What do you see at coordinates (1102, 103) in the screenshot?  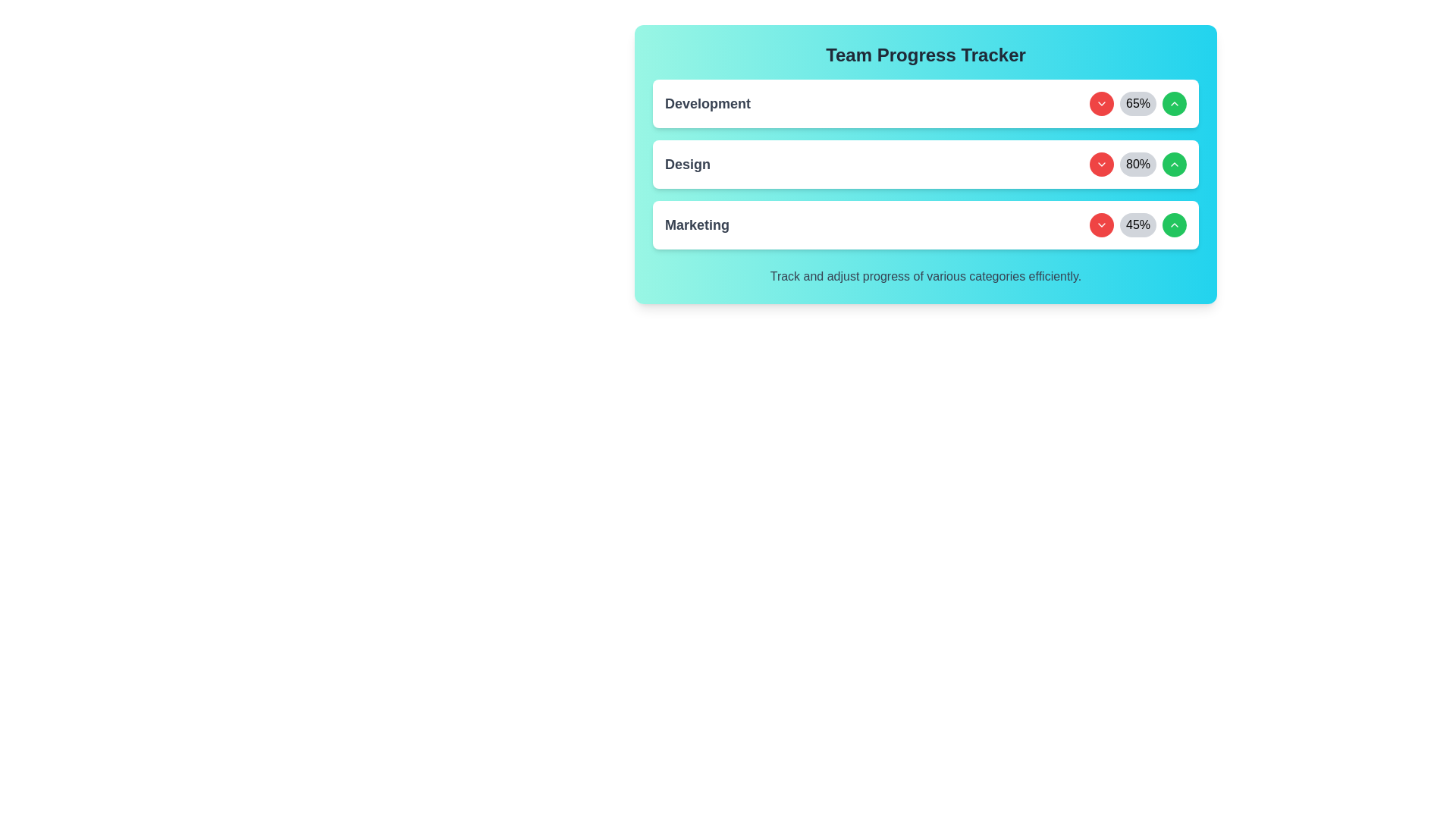 I see `the 'Development' progress tracker icon located to the right of the '65%' percentage display` at bounding box center [1102, 103].